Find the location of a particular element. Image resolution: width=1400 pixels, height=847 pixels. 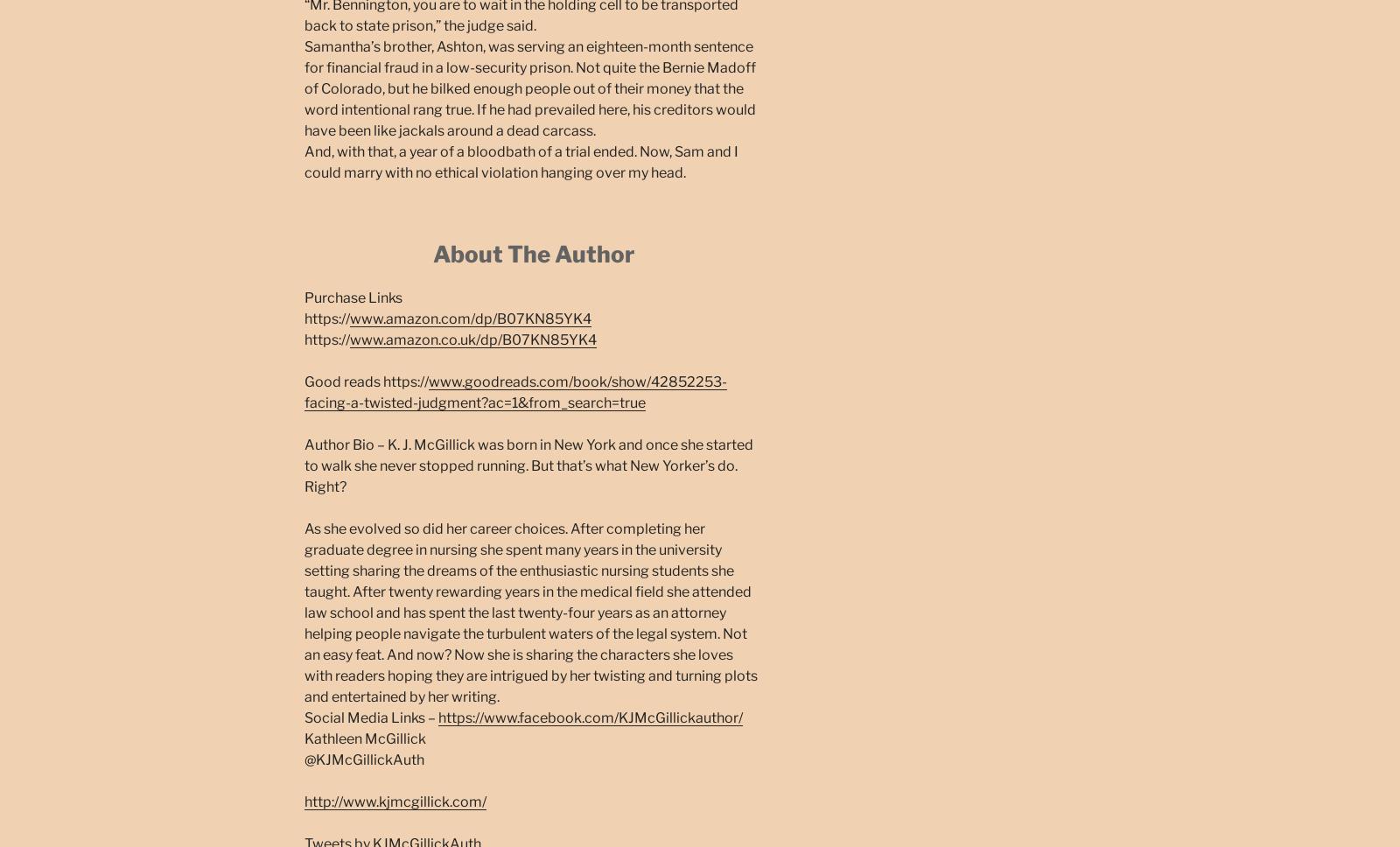

'www.amazon.com/dp/B07KN85YK4' is located at coordinates (469, 318).